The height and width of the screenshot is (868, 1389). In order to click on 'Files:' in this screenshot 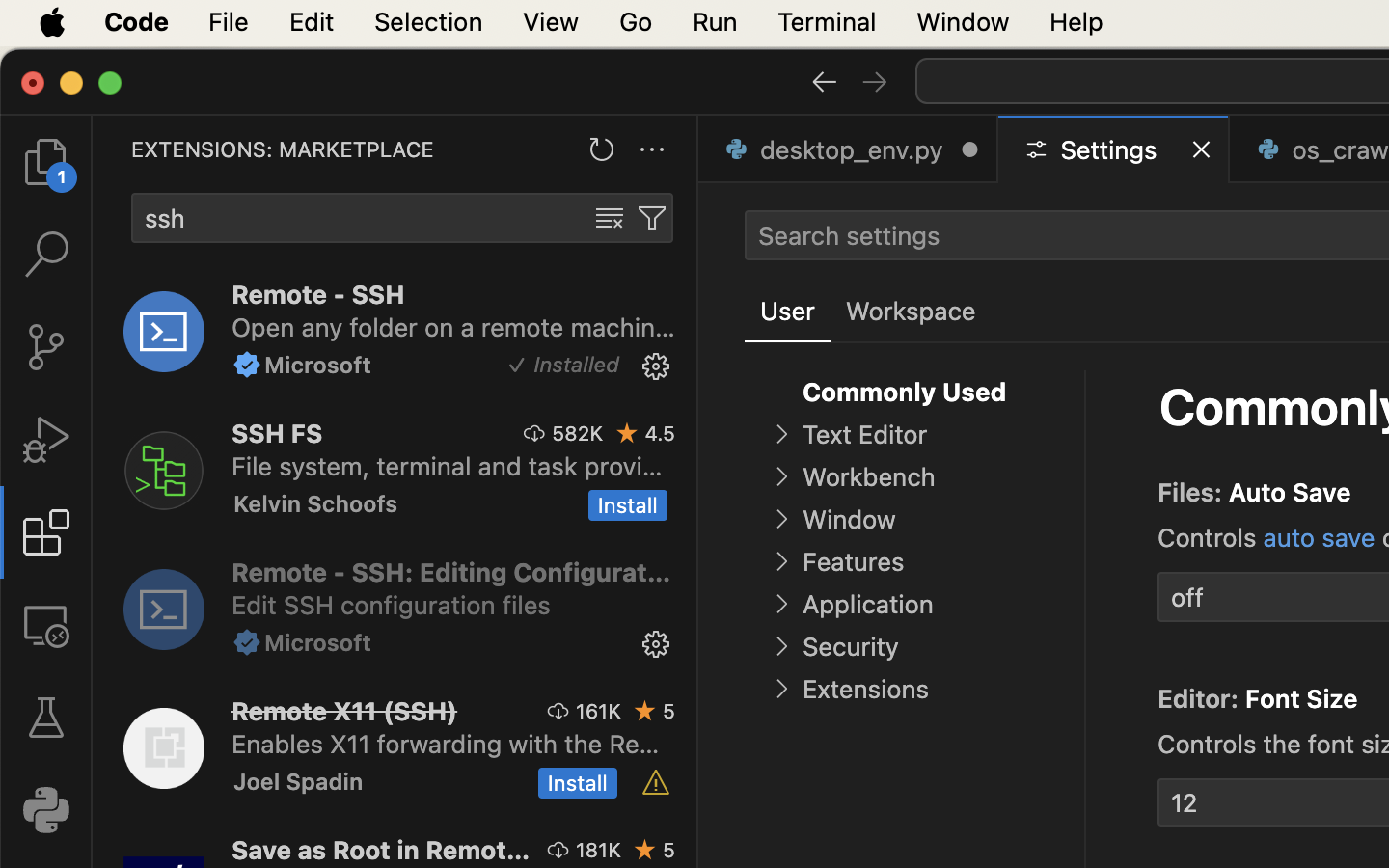, I will do `click(1191, 492)`.